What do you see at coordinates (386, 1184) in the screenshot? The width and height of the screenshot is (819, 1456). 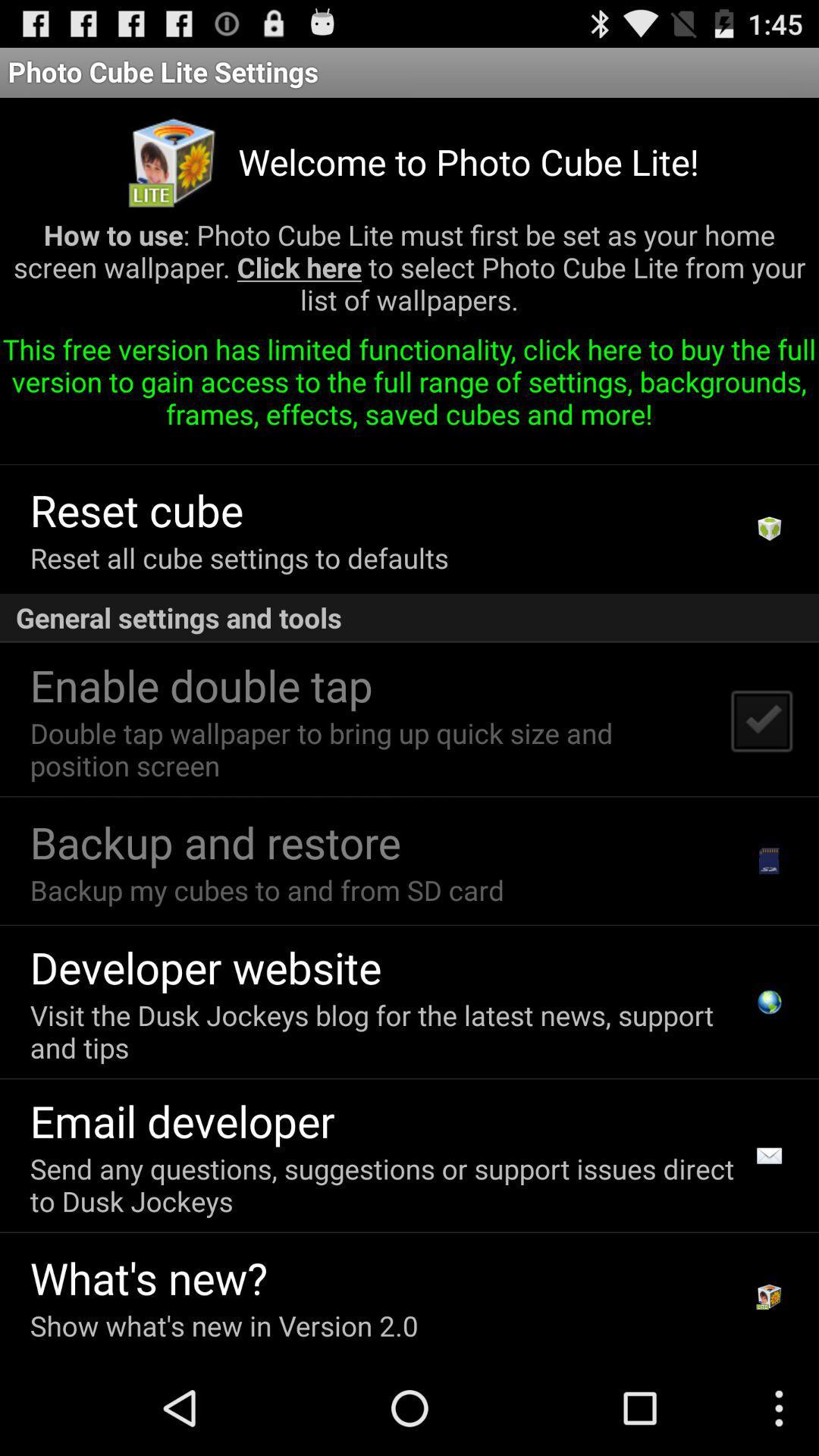 I see `the icon below email developer item` at bounding box center [386, 1184].